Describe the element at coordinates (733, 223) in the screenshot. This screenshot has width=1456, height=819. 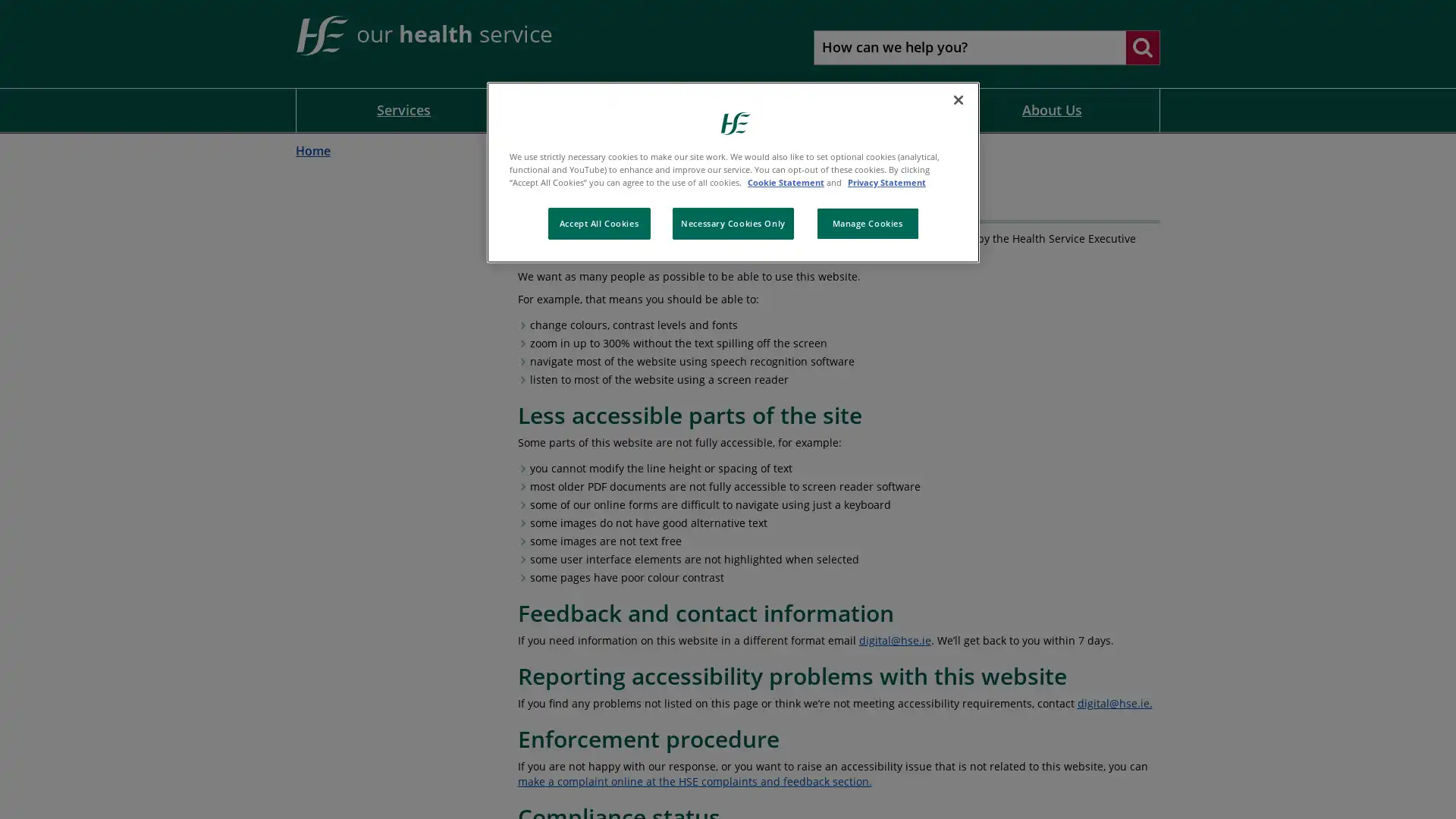
I see `Necessary Cookies Only` at that location.